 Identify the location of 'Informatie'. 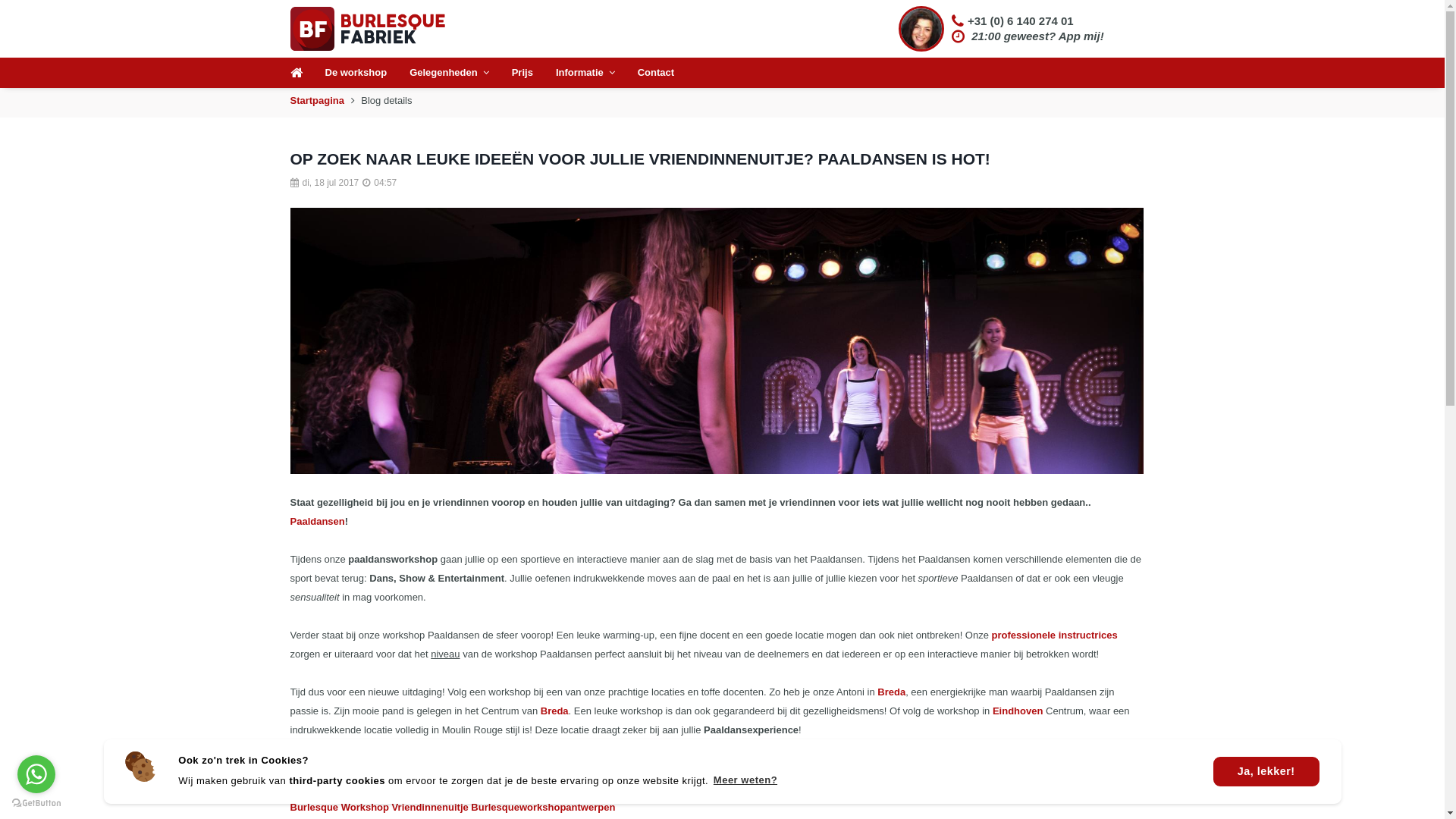
(585, 73).